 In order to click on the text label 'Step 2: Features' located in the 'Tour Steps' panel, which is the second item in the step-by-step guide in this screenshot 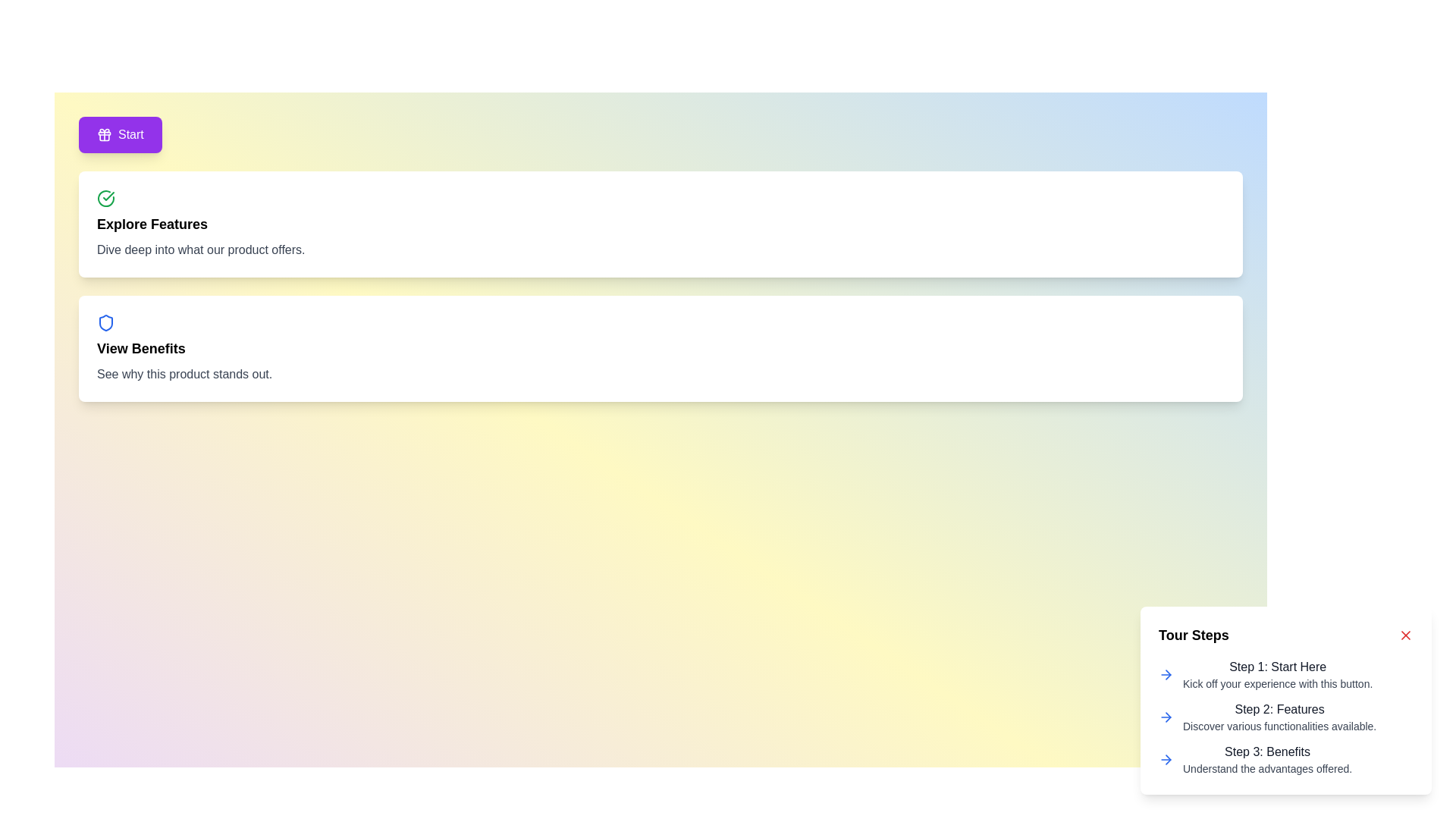, I will do `click(1279, 710)`.